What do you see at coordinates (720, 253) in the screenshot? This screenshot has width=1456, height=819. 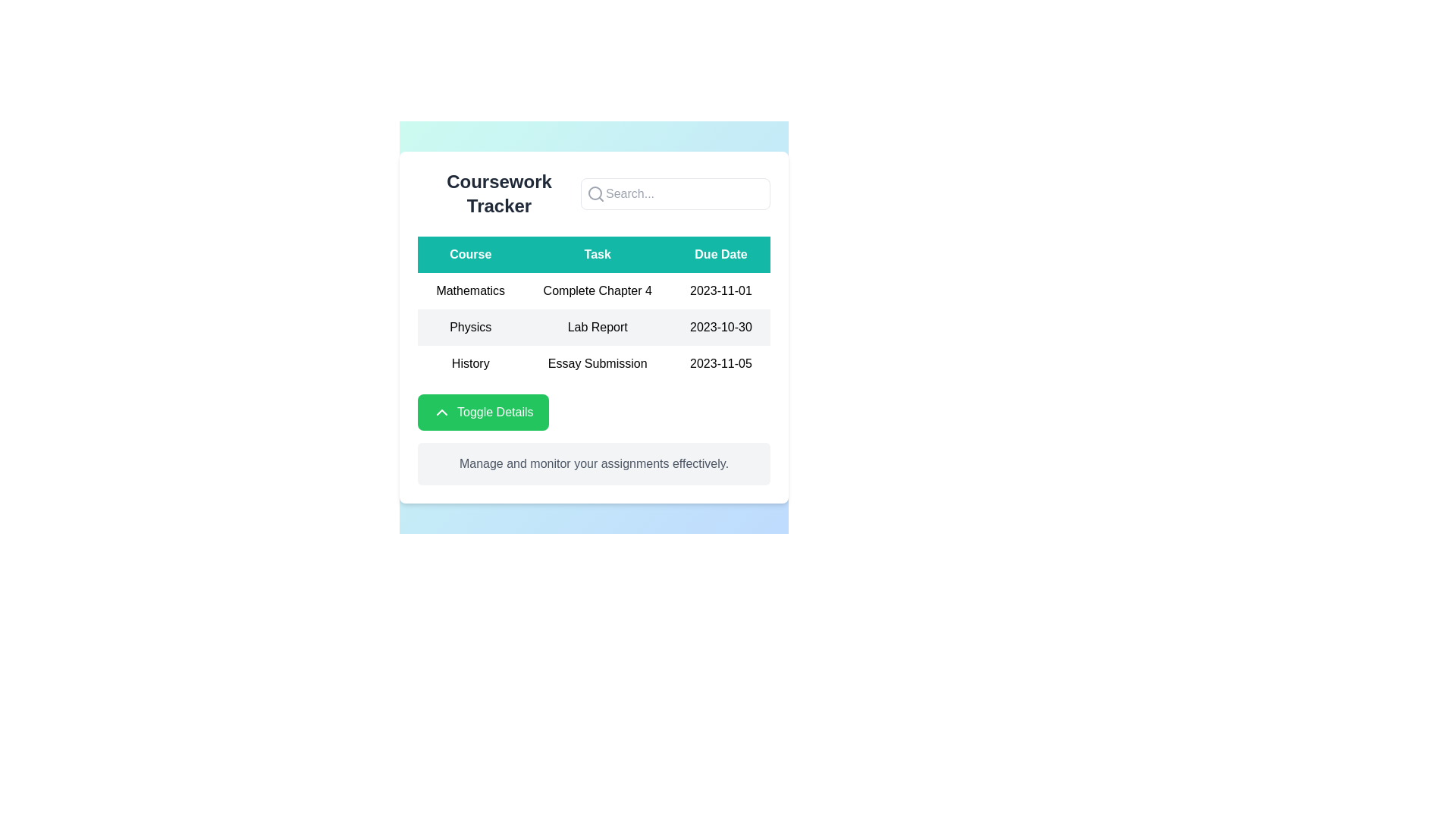 I see `the 'Due Date' label, which is the rightmost column header styled with a green background and white text in the coursework information layout` at bounding box center [720, 253].